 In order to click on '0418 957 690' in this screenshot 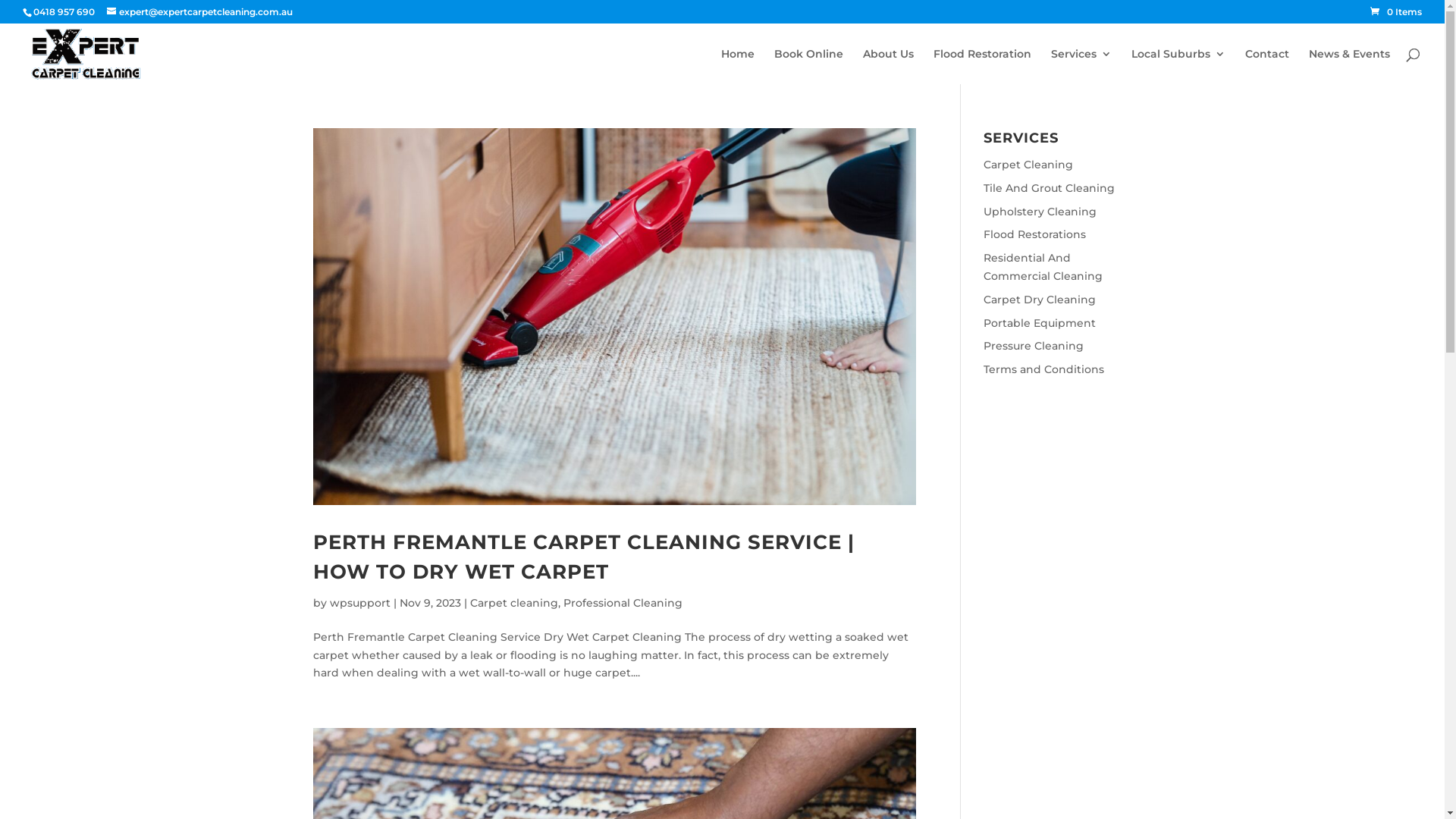, I will do `click(63, 11)`.